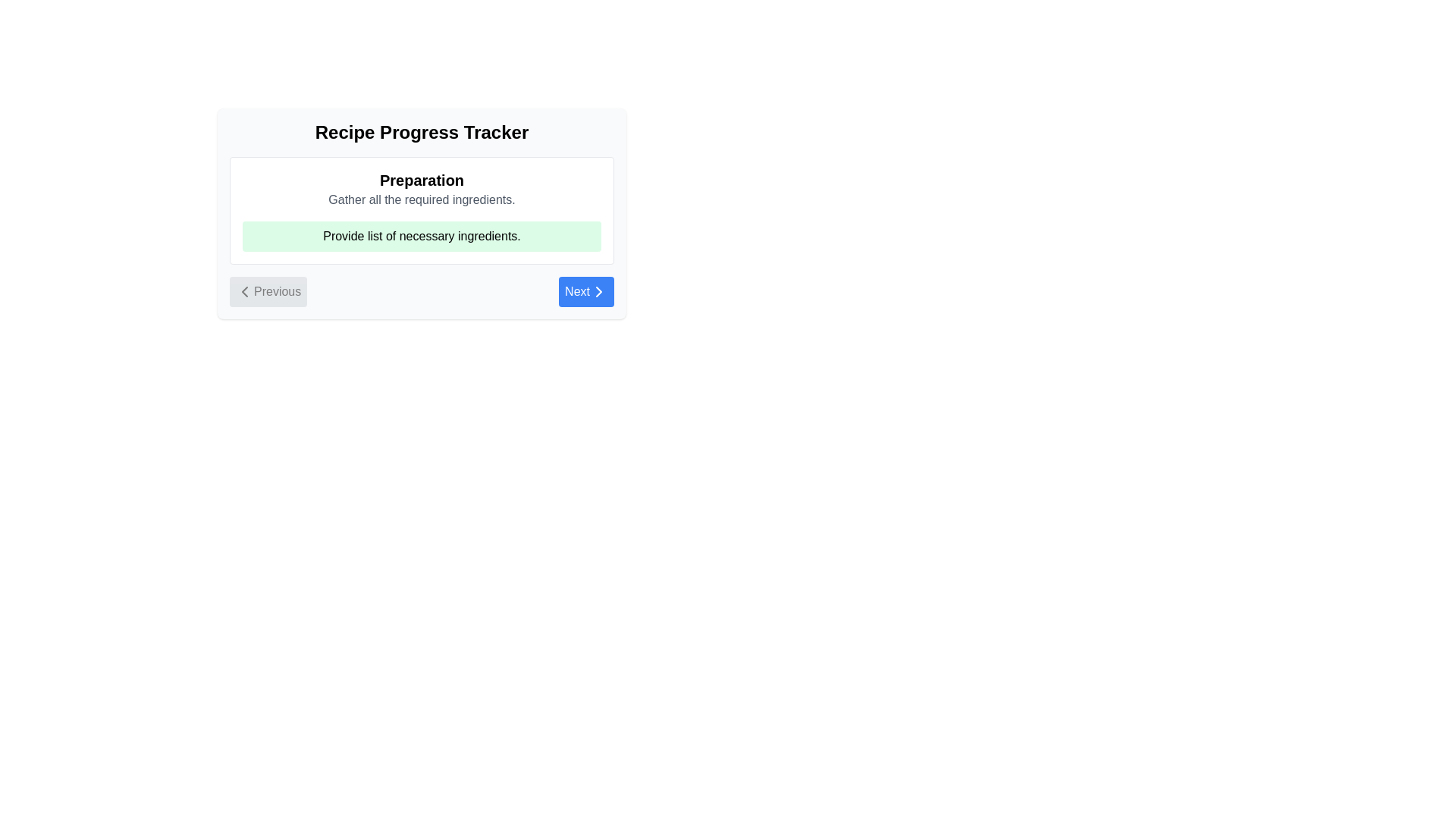  I want to click on instructional section titled 'Preparation' that contains the text 'Gather all the required ingredients.' and 'Provide list of necessary ingredients.', so click(422, 210).